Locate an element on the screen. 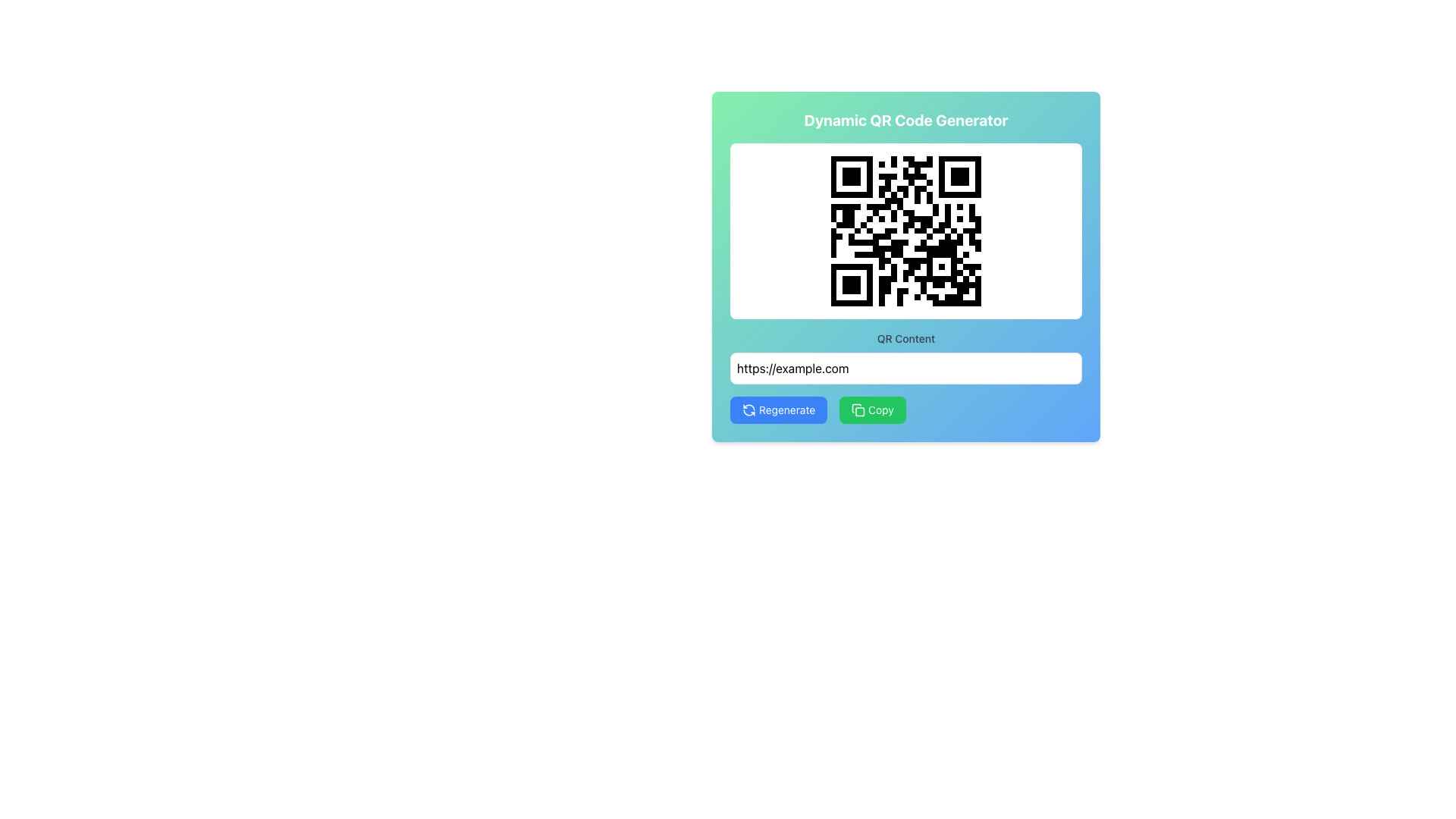 The height and width of the screenshot is (819, 1456). the 'Copy' button, a green rectangular button with rounded corners located at the bottom-right section of the card interface for keyboard navigation is located at coordinates (873, 409).